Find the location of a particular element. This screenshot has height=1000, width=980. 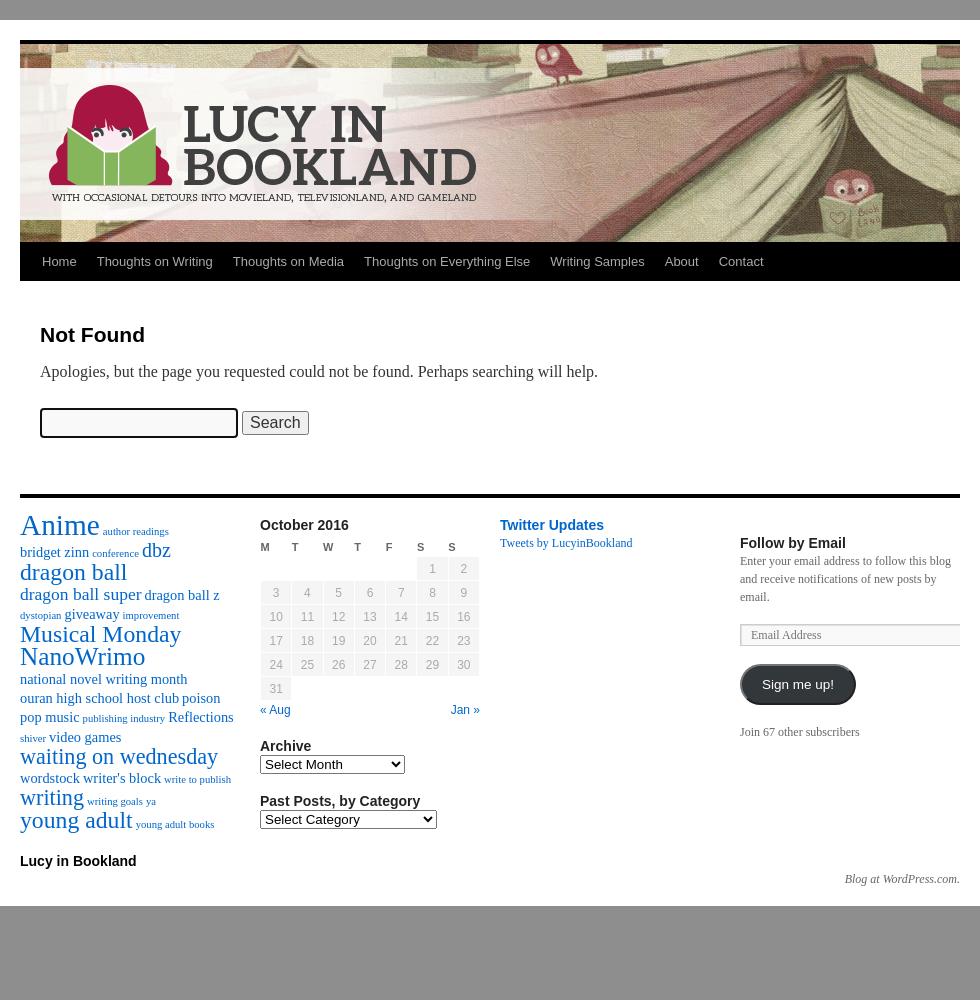

'23' is located at coordinates (463, 641).